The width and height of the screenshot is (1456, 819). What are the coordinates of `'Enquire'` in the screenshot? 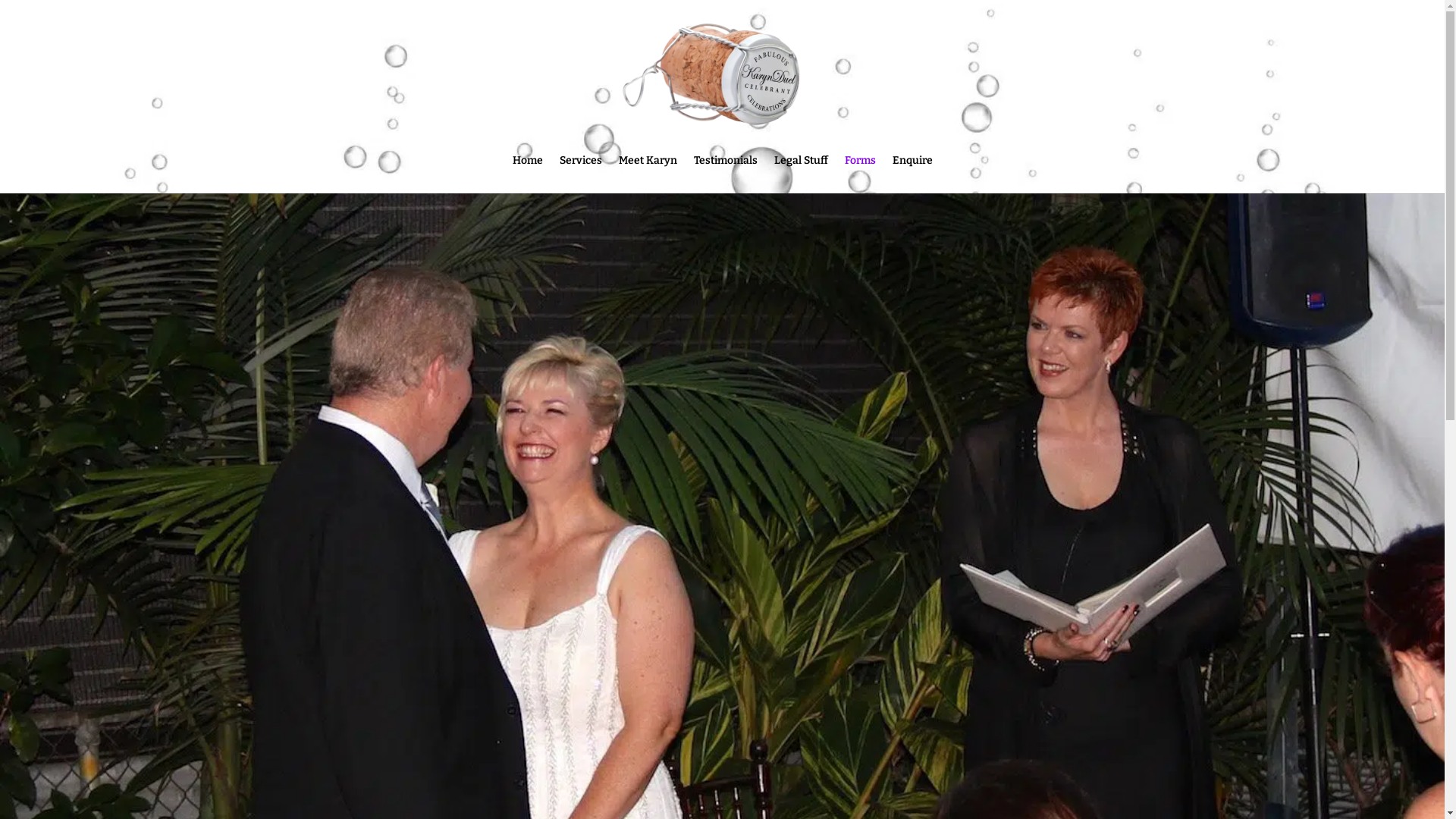 It's located at (911, 174).